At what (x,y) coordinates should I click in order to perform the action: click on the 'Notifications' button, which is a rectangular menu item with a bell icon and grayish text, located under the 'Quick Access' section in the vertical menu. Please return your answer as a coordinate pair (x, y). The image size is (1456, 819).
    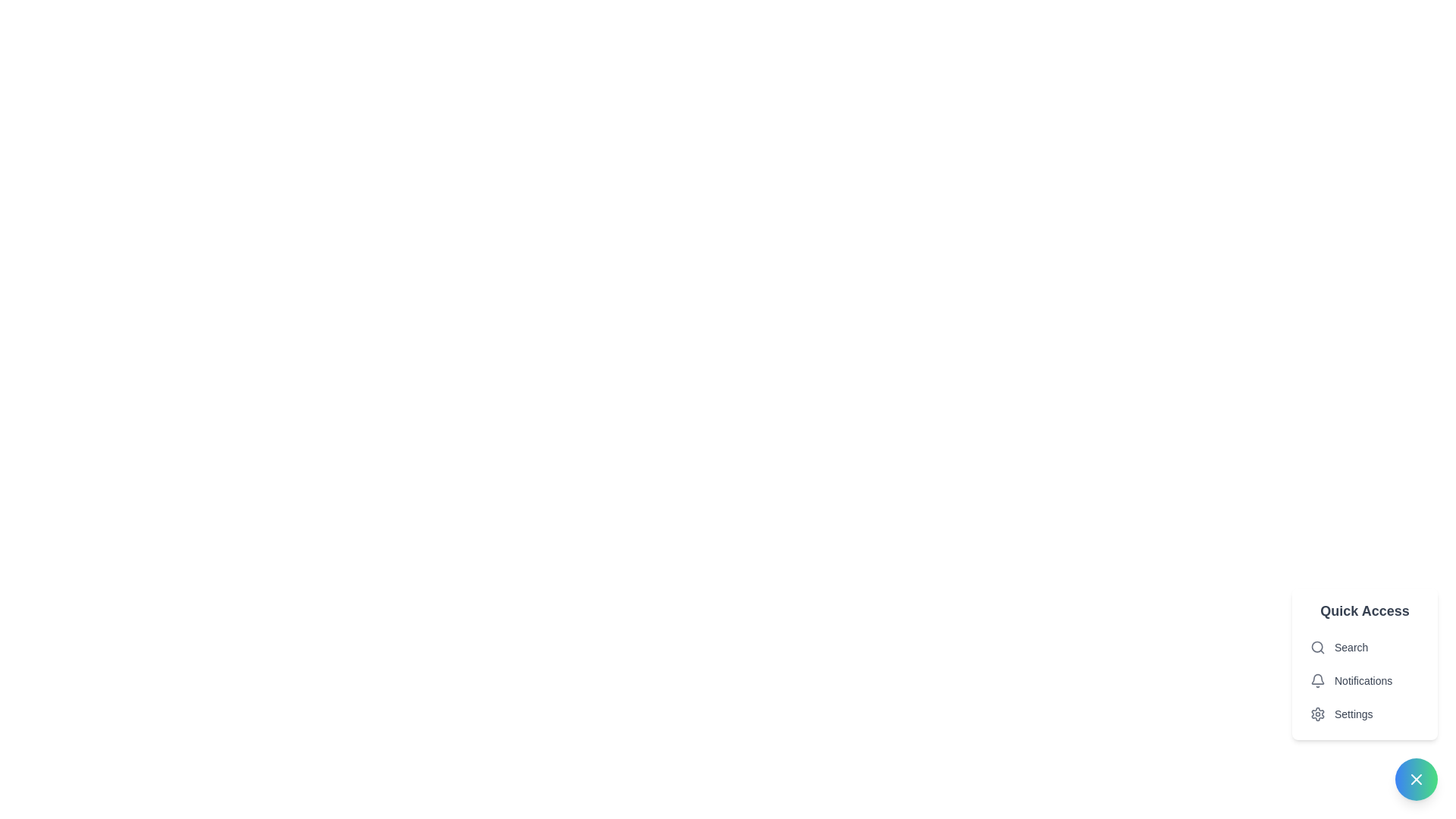
    Looking at the image, I should click on (1365, 680).